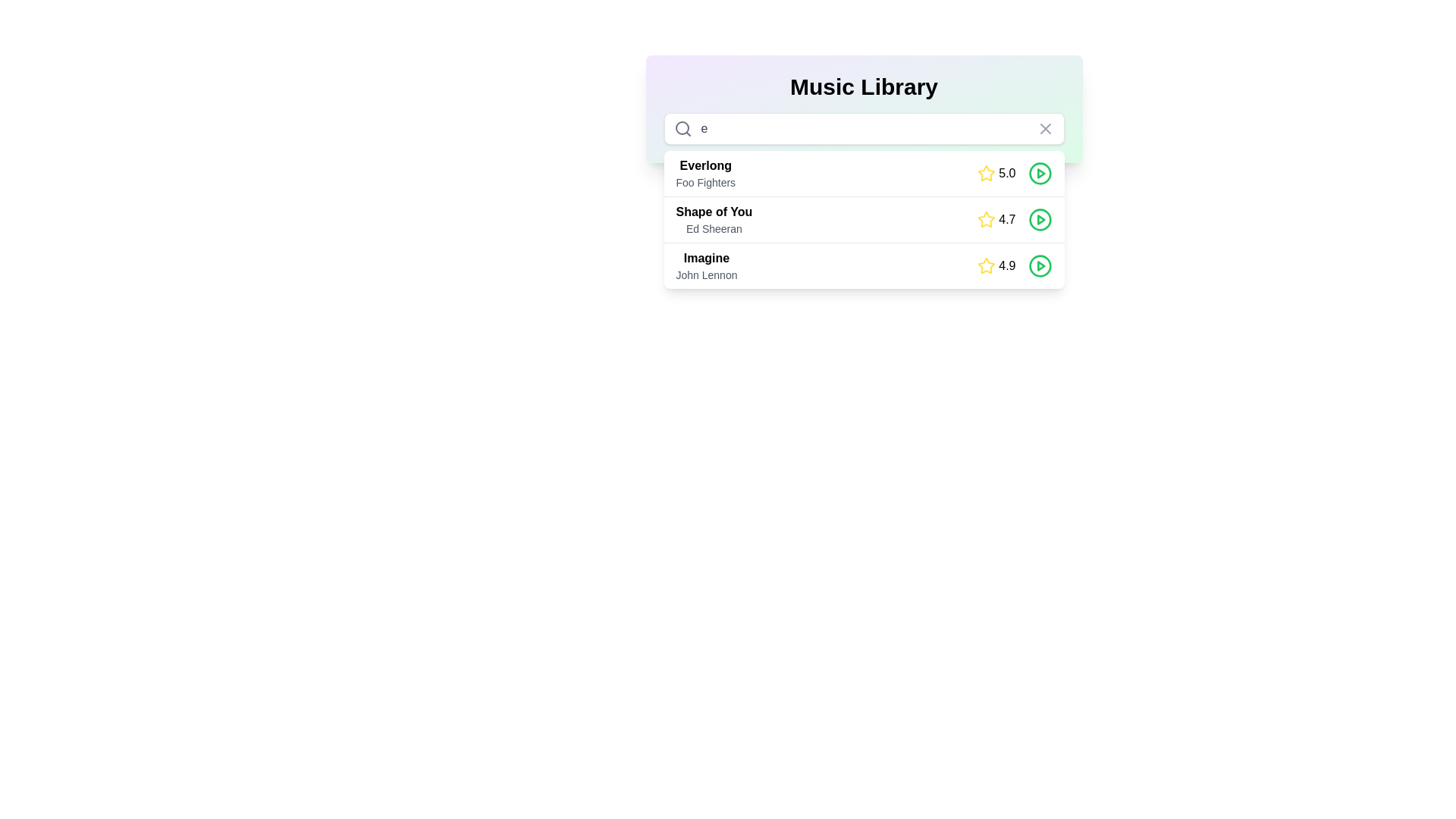 This screenshot has width=1456, height=819. Describe the element at coordinates (713, 228) in the screenshot. I see `the Text Label displaying the name of the artist associated with the musical track 'Shape of You', located in the second row beneath the title` at that location.